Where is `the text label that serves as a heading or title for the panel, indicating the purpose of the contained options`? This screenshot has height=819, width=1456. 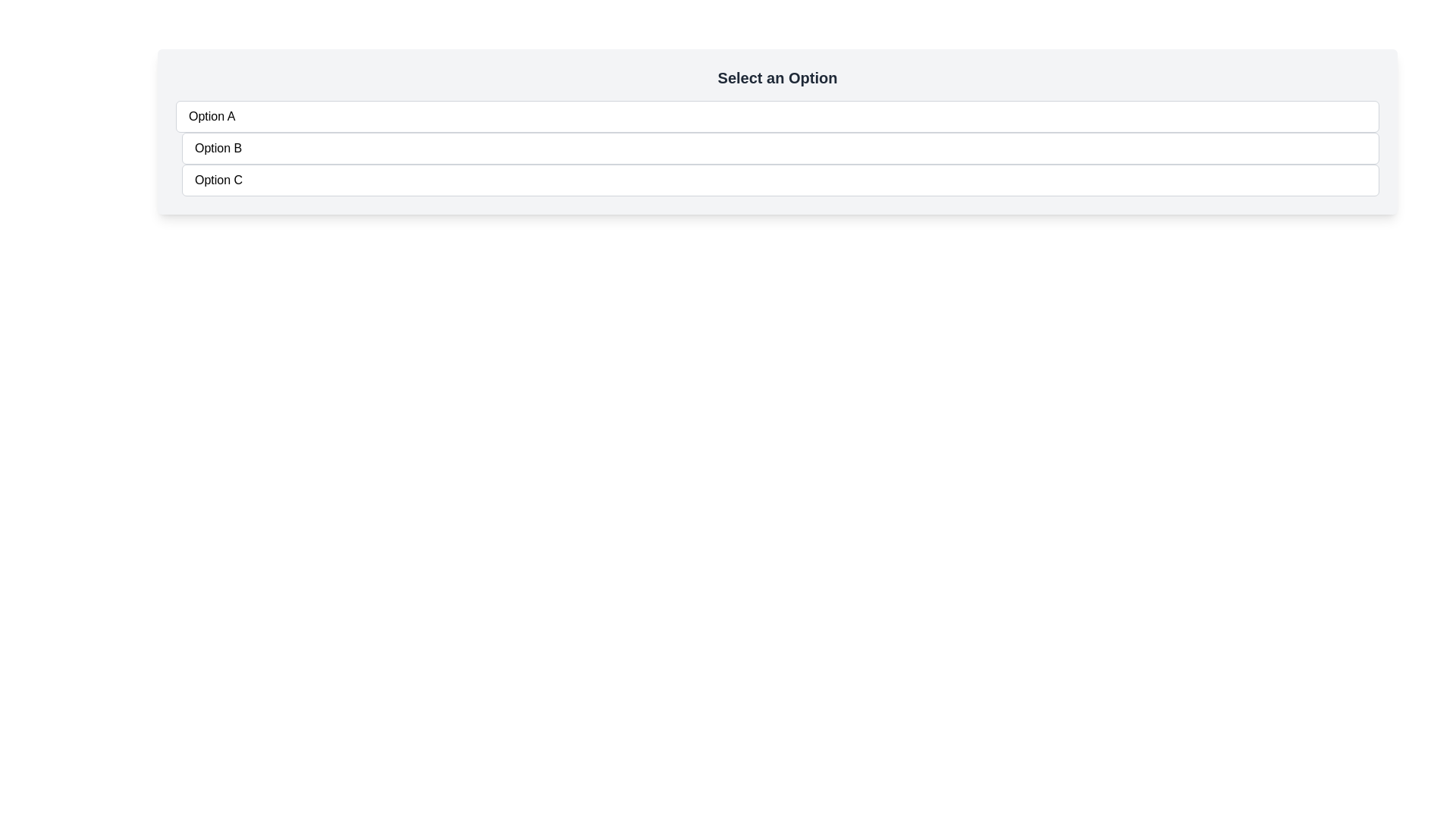 the text label that serves as a heading or title for the panel, indicating the purpose of the contained options is located at coordinates (777, 78).